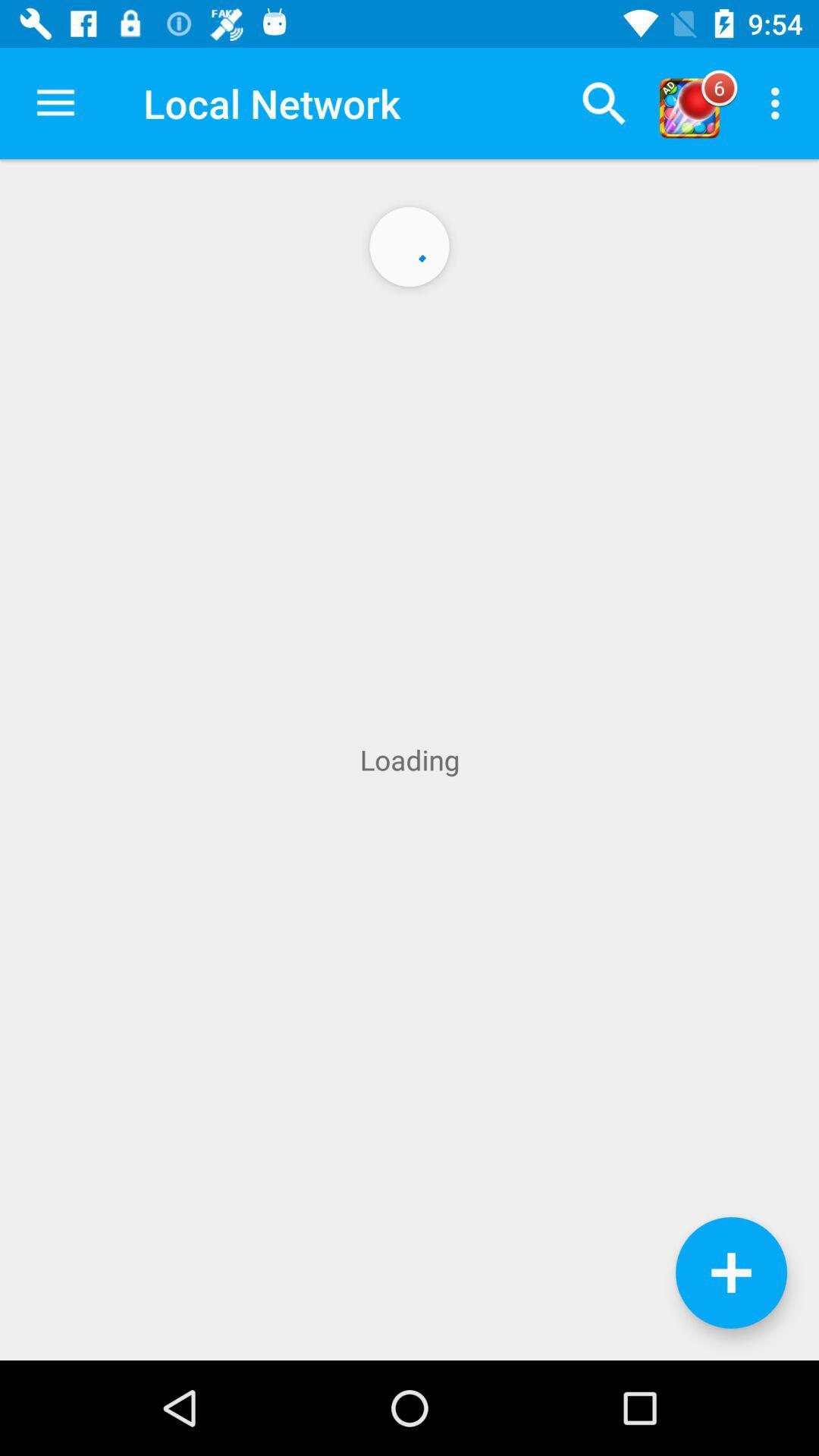 The image size is (819, 1456). I want to click on the item above loading icon, so click(55, 102).